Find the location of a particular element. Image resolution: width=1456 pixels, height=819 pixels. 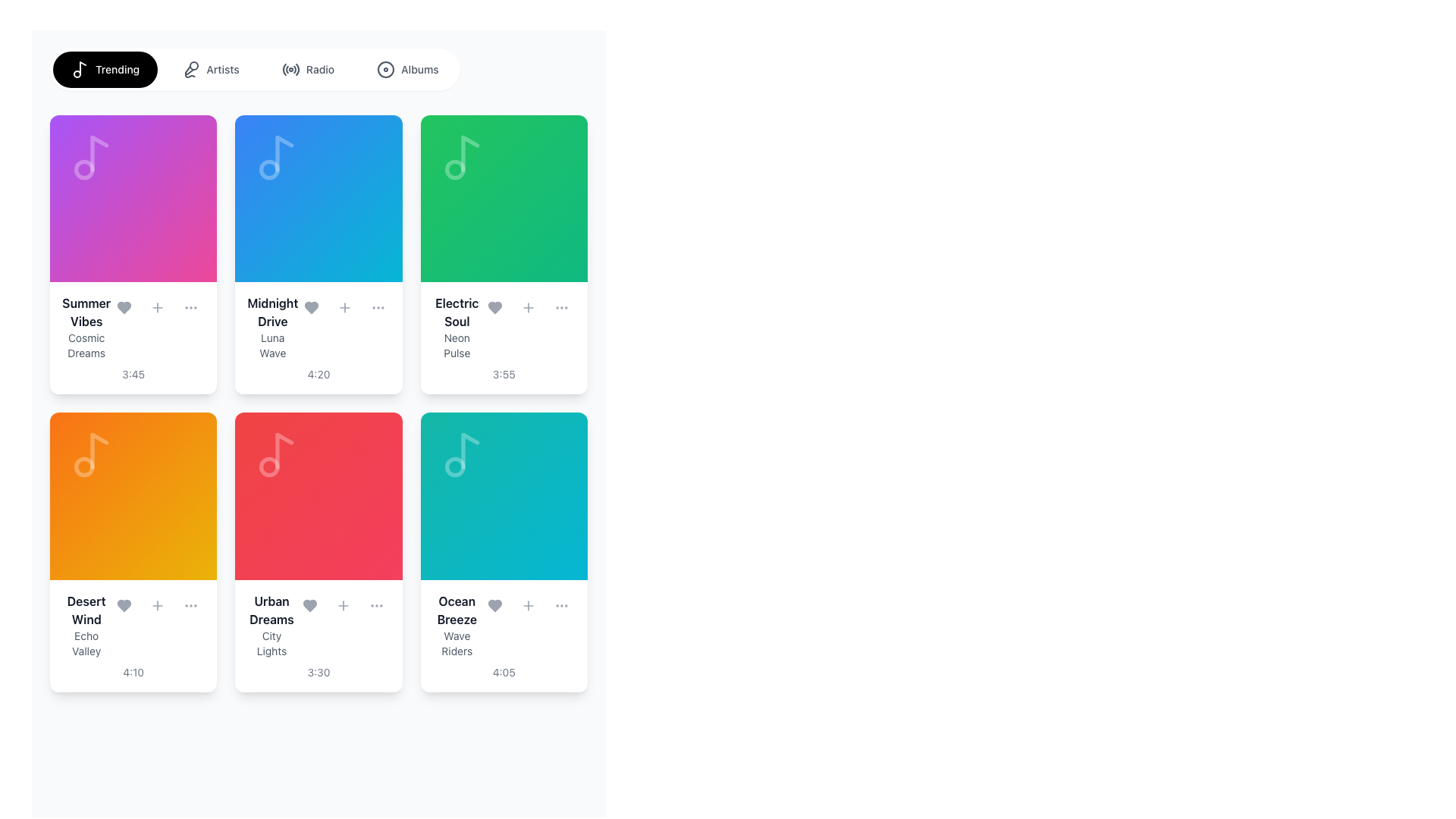

text label displaying 'Summer Vibes', which is styled in bold font and has a dark gray color, located above the subtitle 'Cosmic Dreams' within a rectangular card with a purple gradient background is located at coordinates (86, 312).